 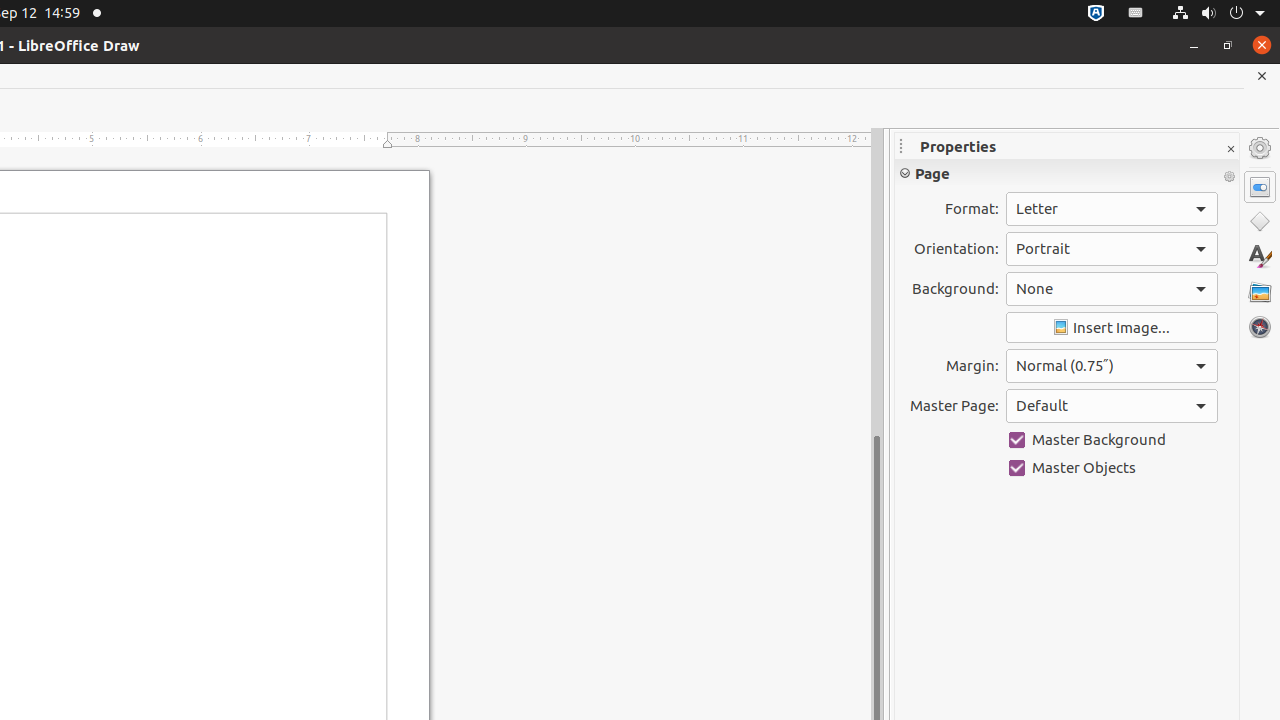 I want to click on 'Close Sidebar Deck', so click(x=1229, y=148).